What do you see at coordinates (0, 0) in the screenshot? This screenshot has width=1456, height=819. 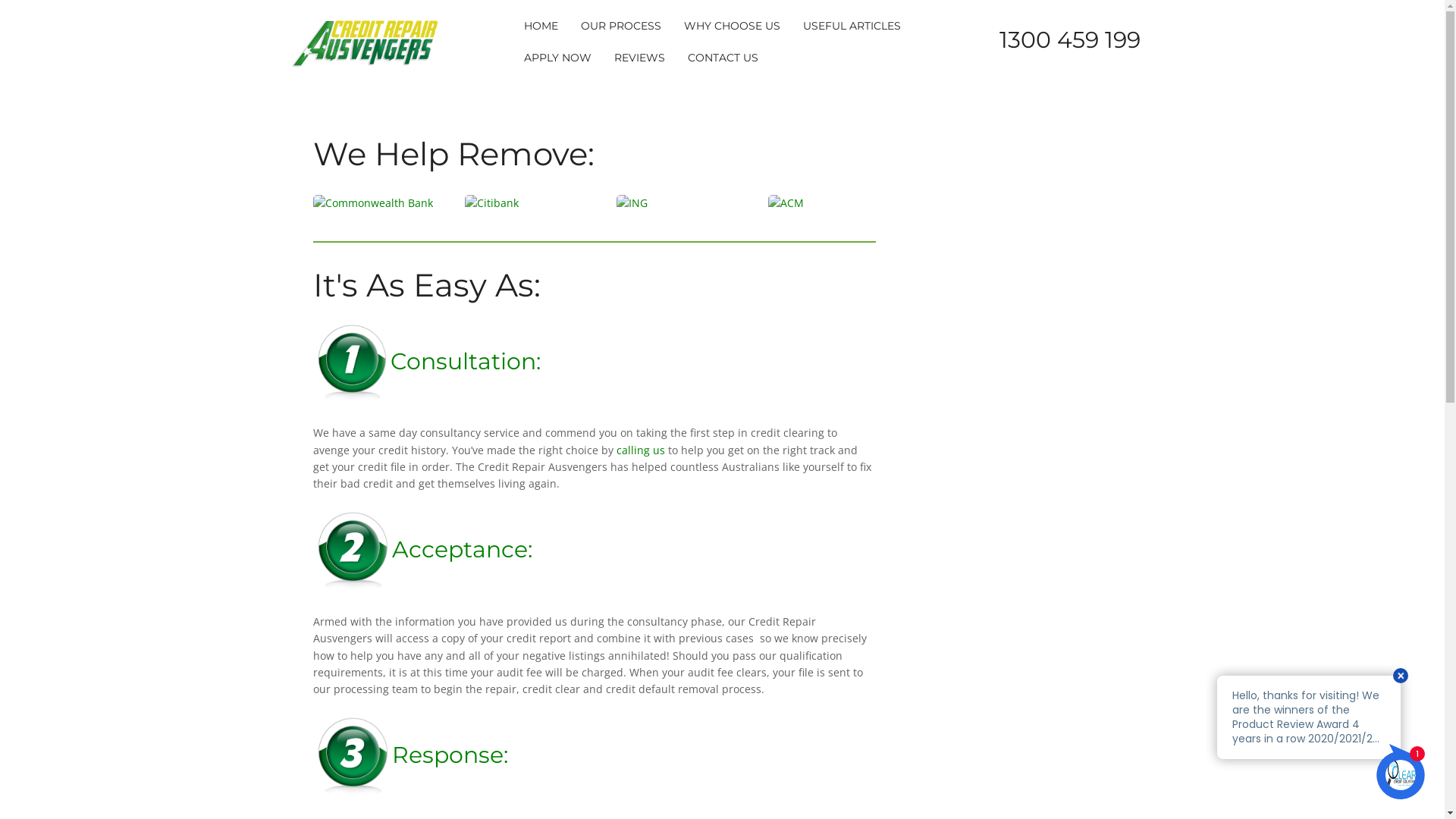 I see `'Skip to content'` at bounding box center [0, 0].